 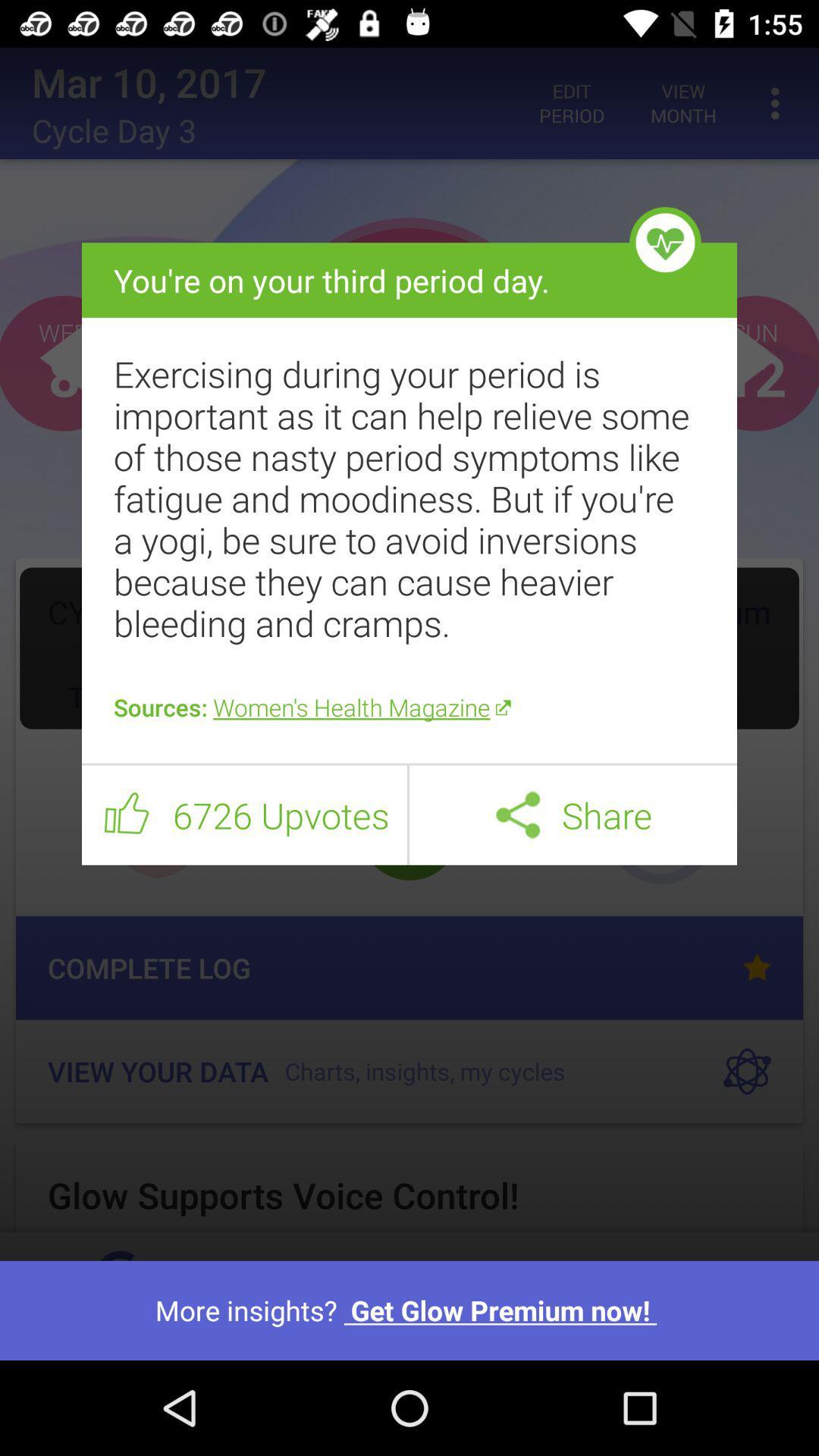 I want to click on the more insights get item, so click(x=409, y=1310).